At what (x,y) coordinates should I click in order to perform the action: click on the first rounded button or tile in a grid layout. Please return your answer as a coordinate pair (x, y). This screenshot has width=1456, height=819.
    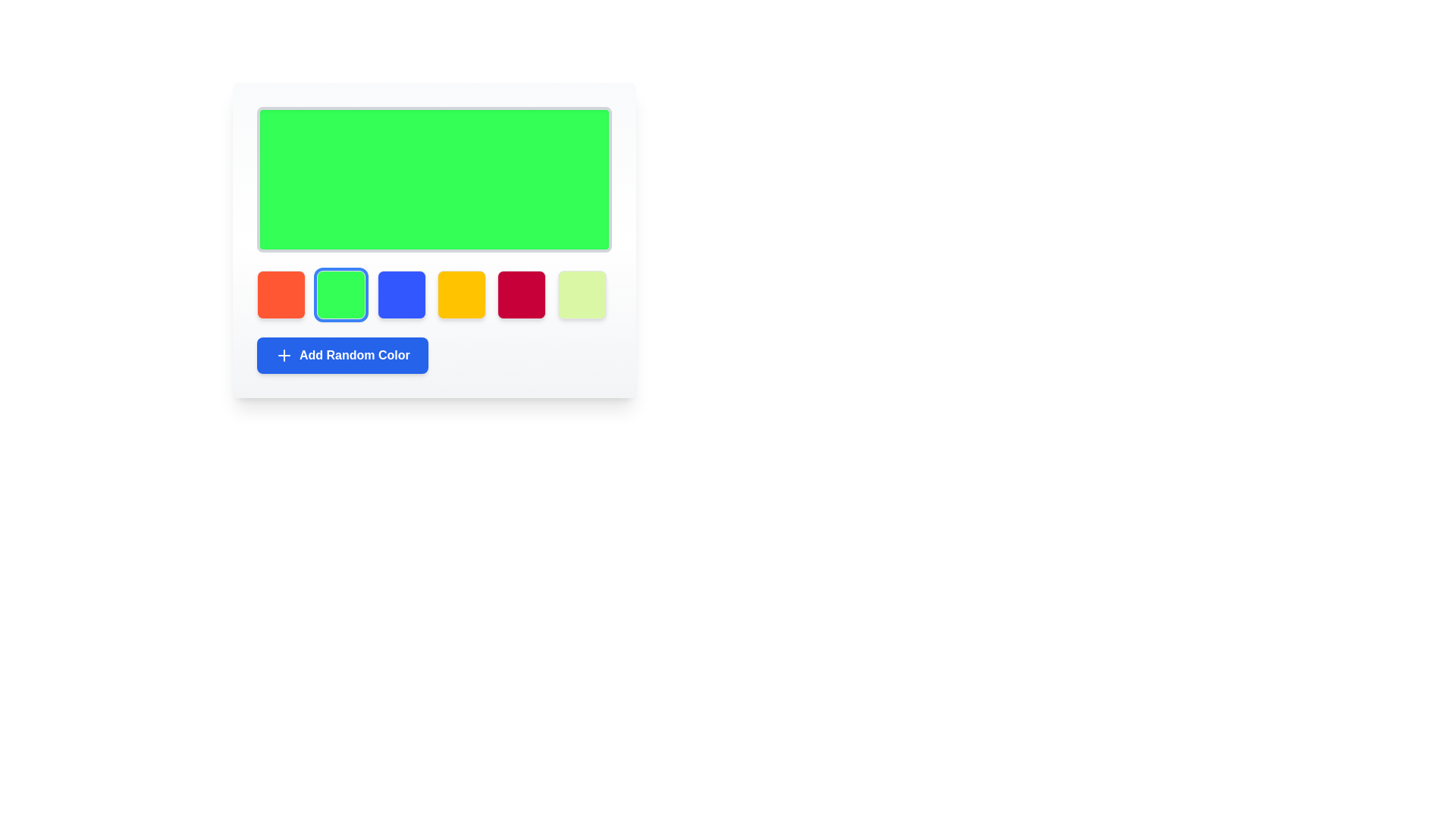
    Looking at the image, I should click on (281, 295).